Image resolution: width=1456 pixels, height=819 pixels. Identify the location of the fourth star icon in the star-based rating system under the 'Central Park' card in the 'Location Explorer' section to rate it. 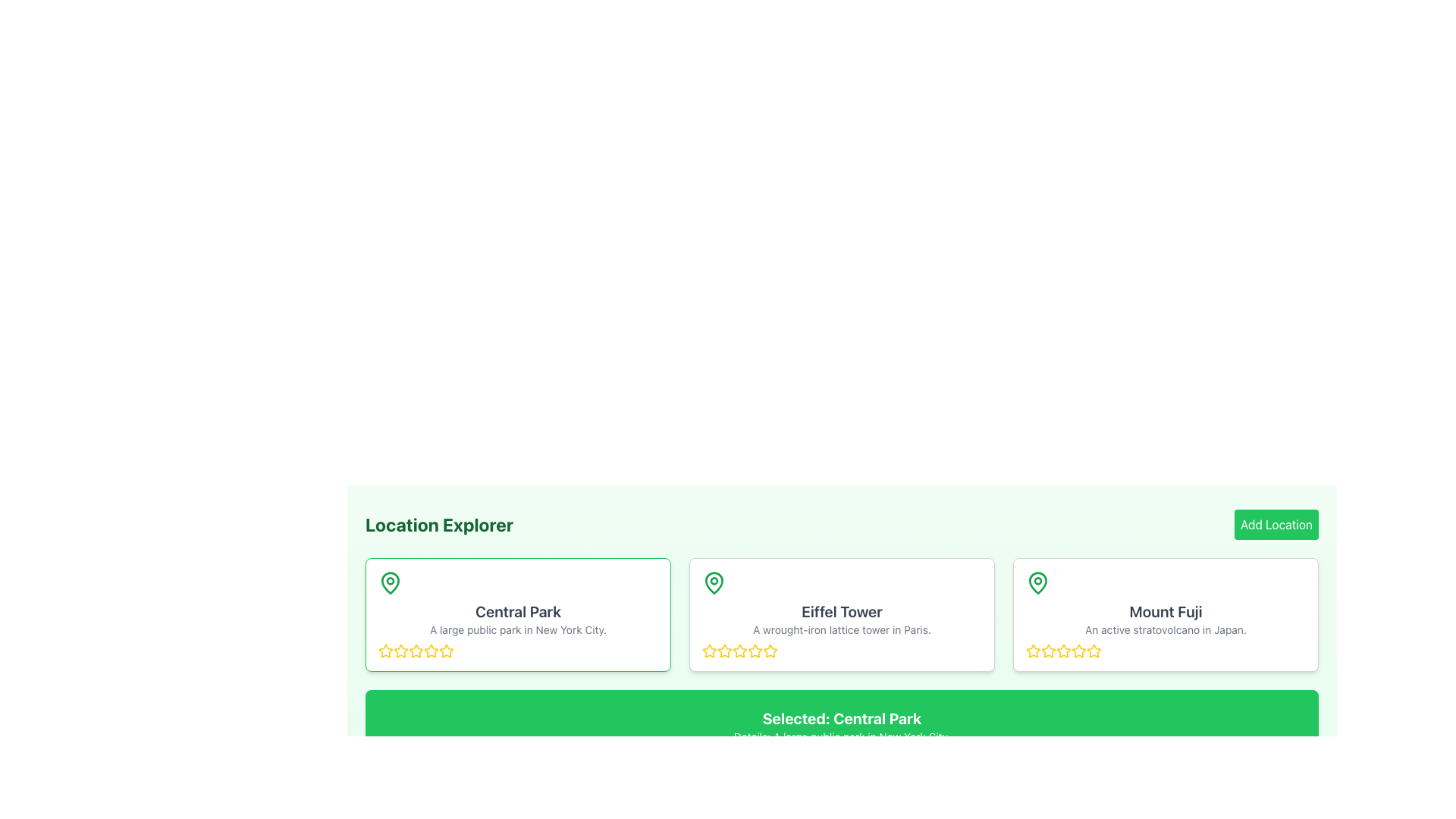
(445, 649).